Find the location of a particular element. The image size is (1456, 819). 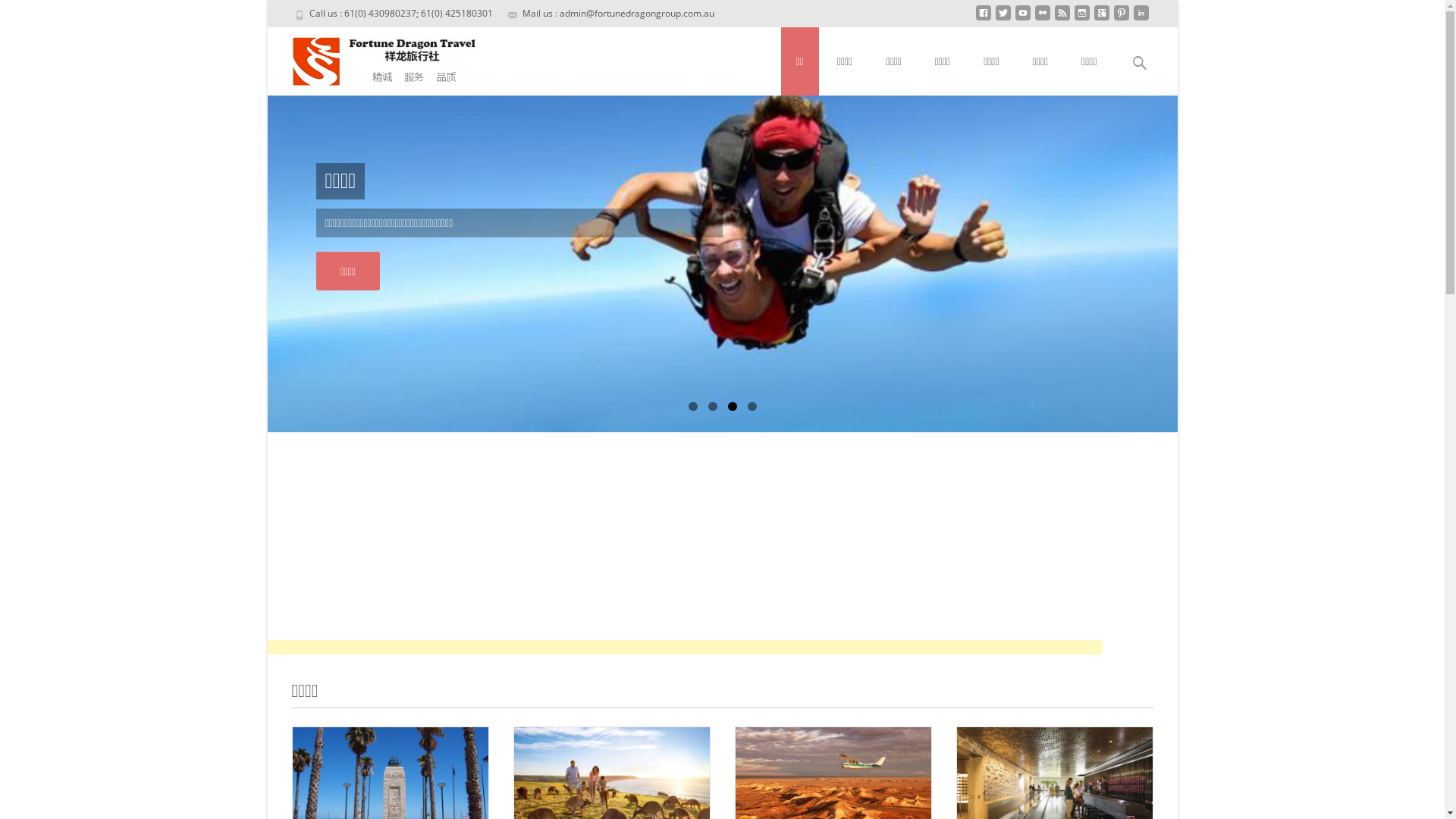

'facebook' is located at coordinates (983, 18).